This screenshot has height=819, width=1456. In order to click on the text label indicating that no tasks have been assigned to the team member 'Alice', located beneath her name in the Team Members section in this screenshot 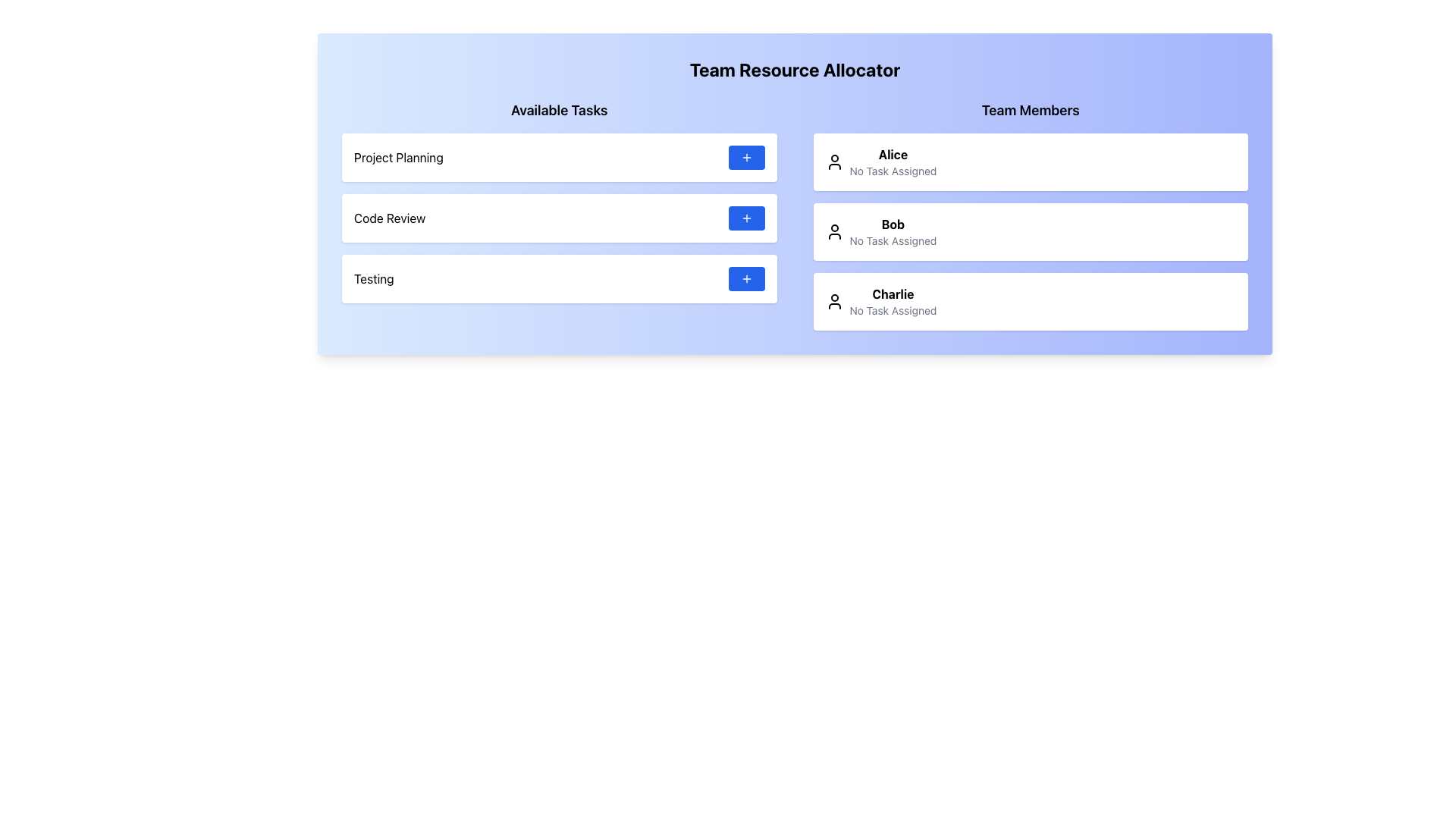, I will do `click(893, 171)`.